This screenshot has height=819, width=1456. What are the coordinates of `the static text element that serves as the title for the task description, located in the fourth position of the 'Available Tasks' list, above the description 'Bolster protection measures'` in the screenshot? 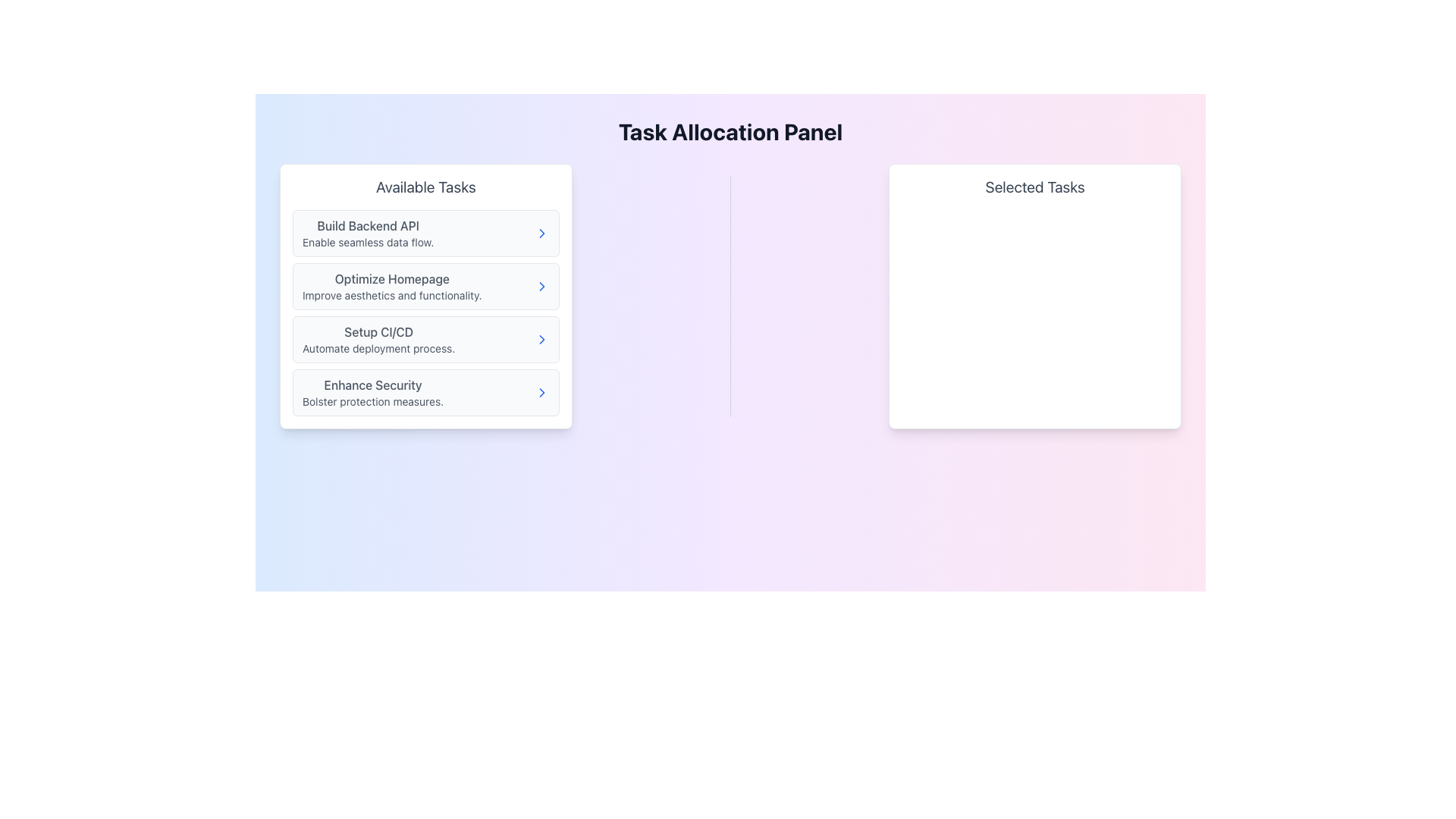 It's located at (373, 384).